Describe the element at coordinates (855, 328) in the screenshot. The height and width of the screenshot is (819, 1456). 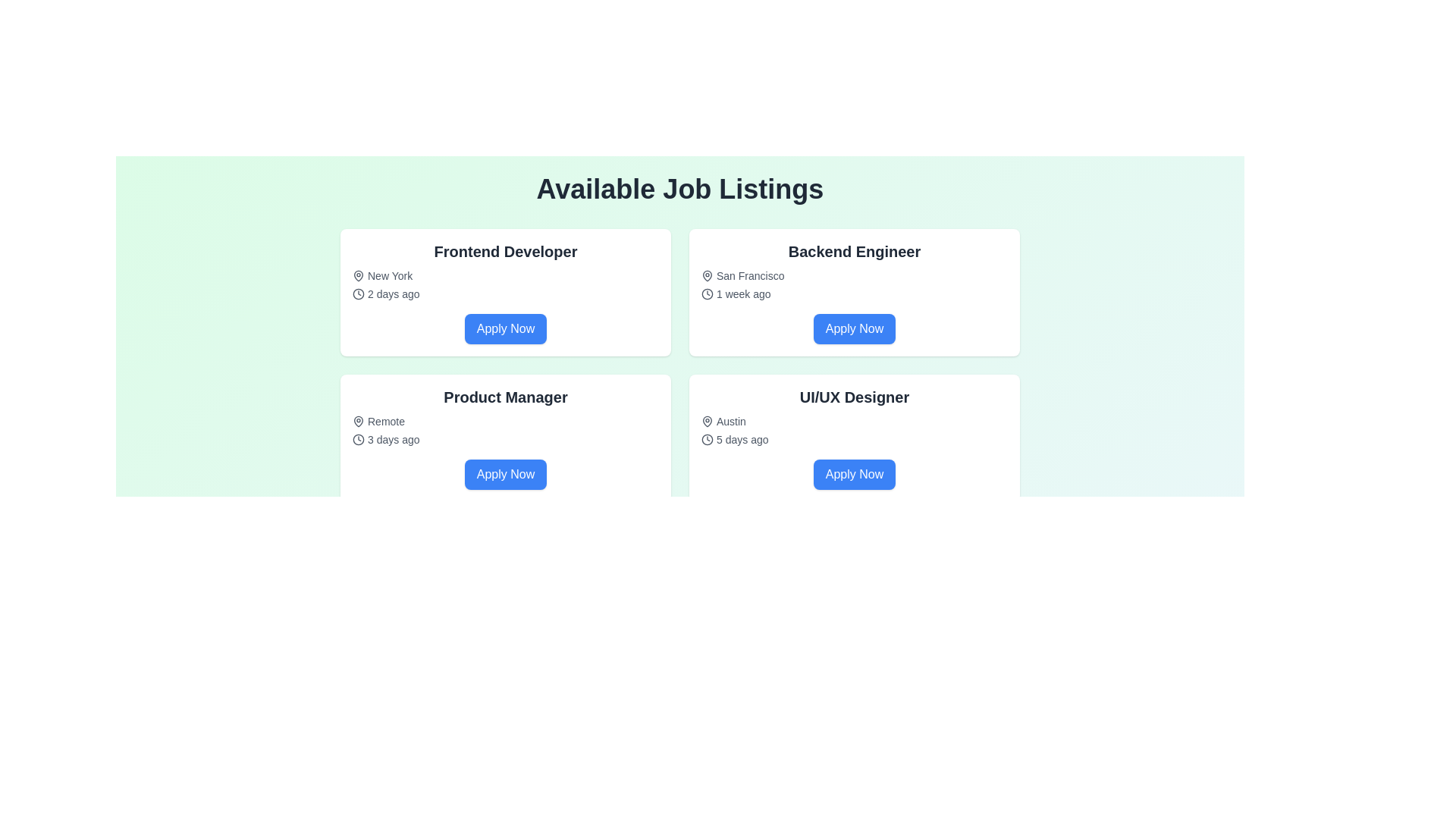
I see `the blue 'Apply Now' button with white text located at the bottom of the 'Backend Engineer' job card to initiate the application process` at that location.